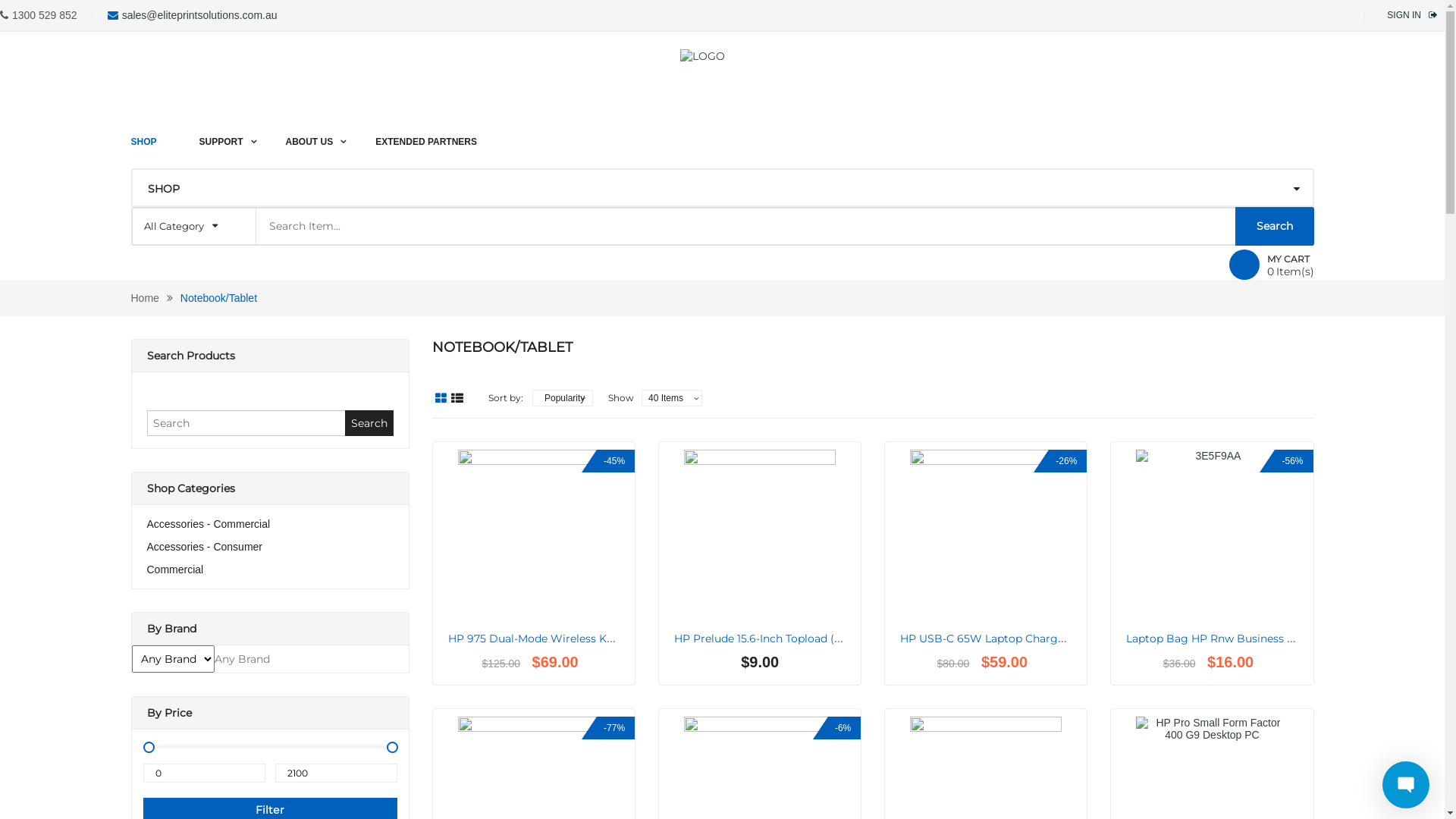 The width and height of the screenshot is (1456, 819). What do you see at coordinates (122, 14) in the screenshot?
I see `'sales@eliteprintsolutions.com.au'` at bounding box center [122, 14].